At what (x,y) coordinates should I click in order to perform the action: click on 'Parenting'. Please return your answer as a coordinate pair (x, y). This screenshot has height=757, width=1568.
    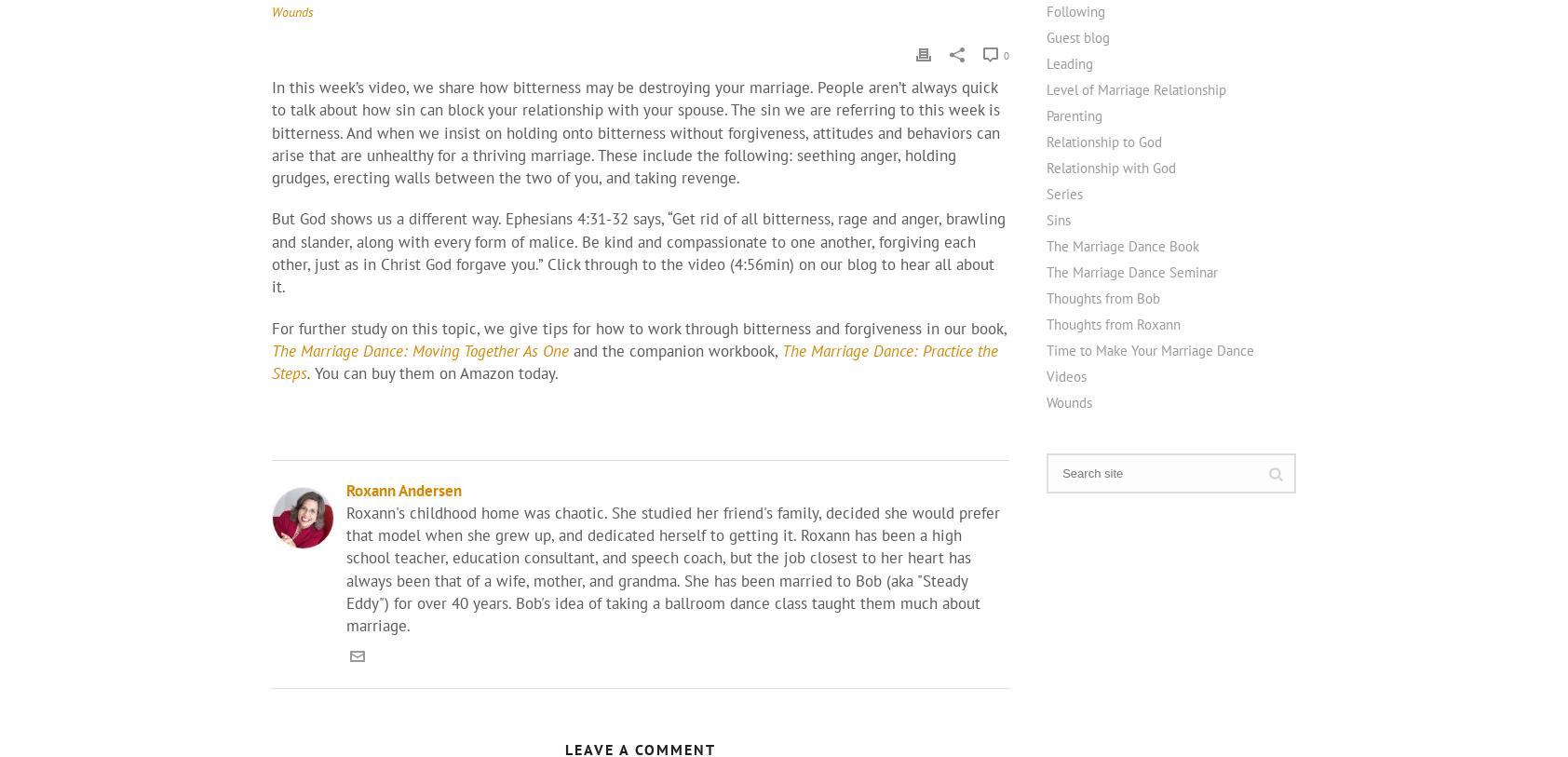
    Looking at the image, I should click on (1075, 114).